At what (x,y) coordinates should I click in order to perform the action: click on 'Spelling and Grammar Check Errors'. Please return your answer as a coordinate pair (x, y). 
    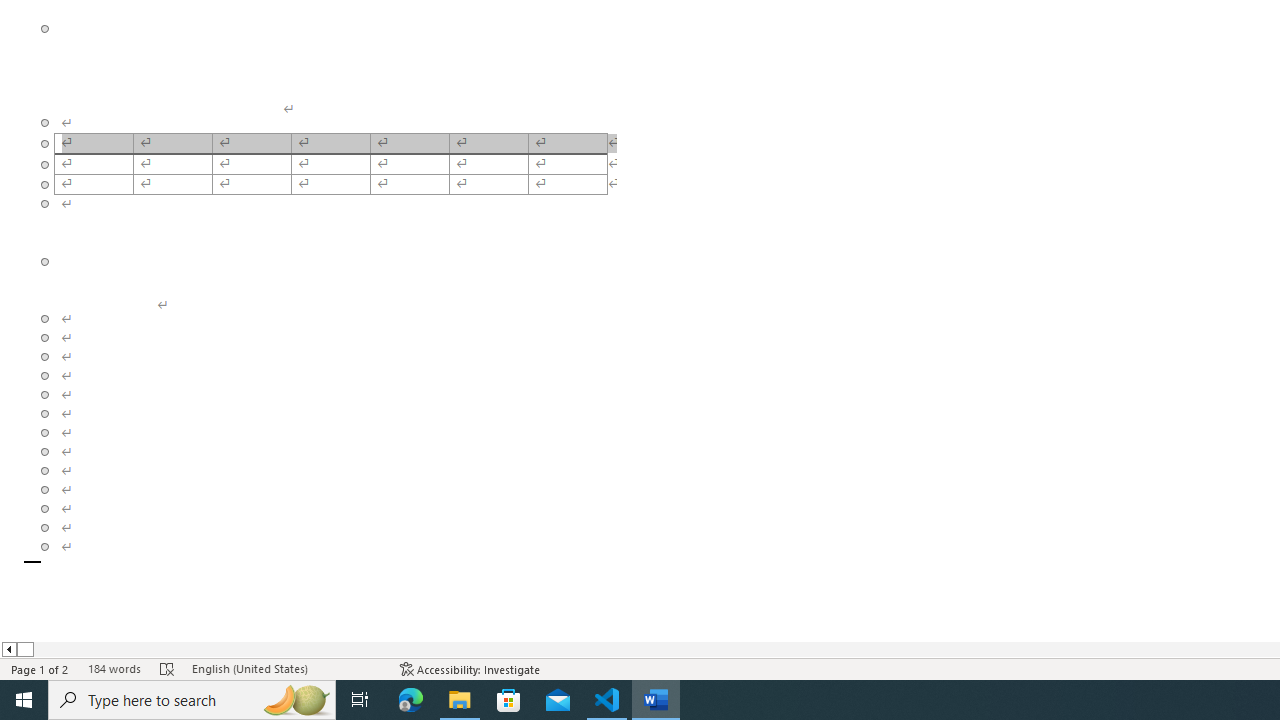
    Looking at the image, I should click on (168, 669).